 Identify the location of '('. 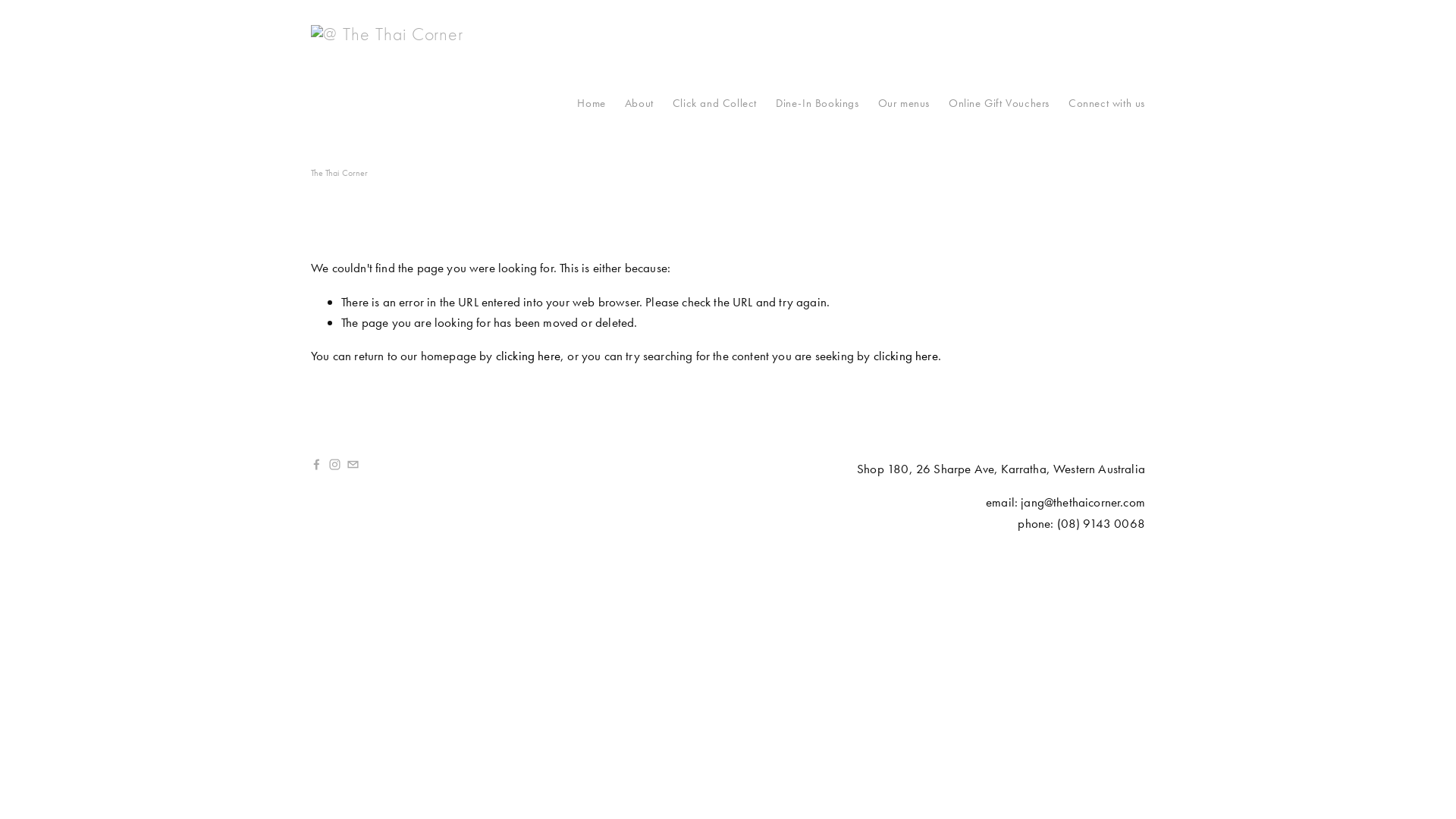
(1056, 522).